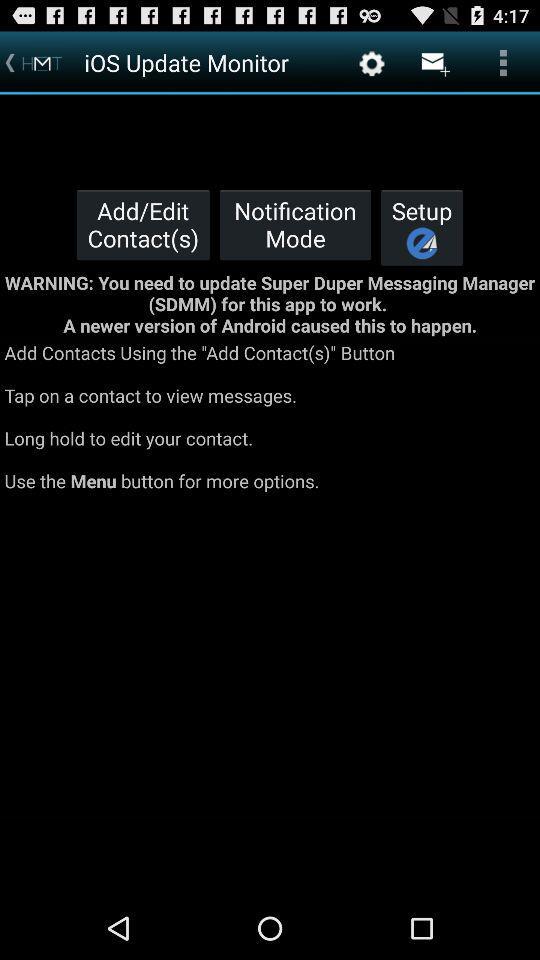 Image resolution: width=540 pixels, height=960 pixels. Describe the element at coordinates (421, 227) in the screenshot. I see `the icon to the right of the notification` at that location.